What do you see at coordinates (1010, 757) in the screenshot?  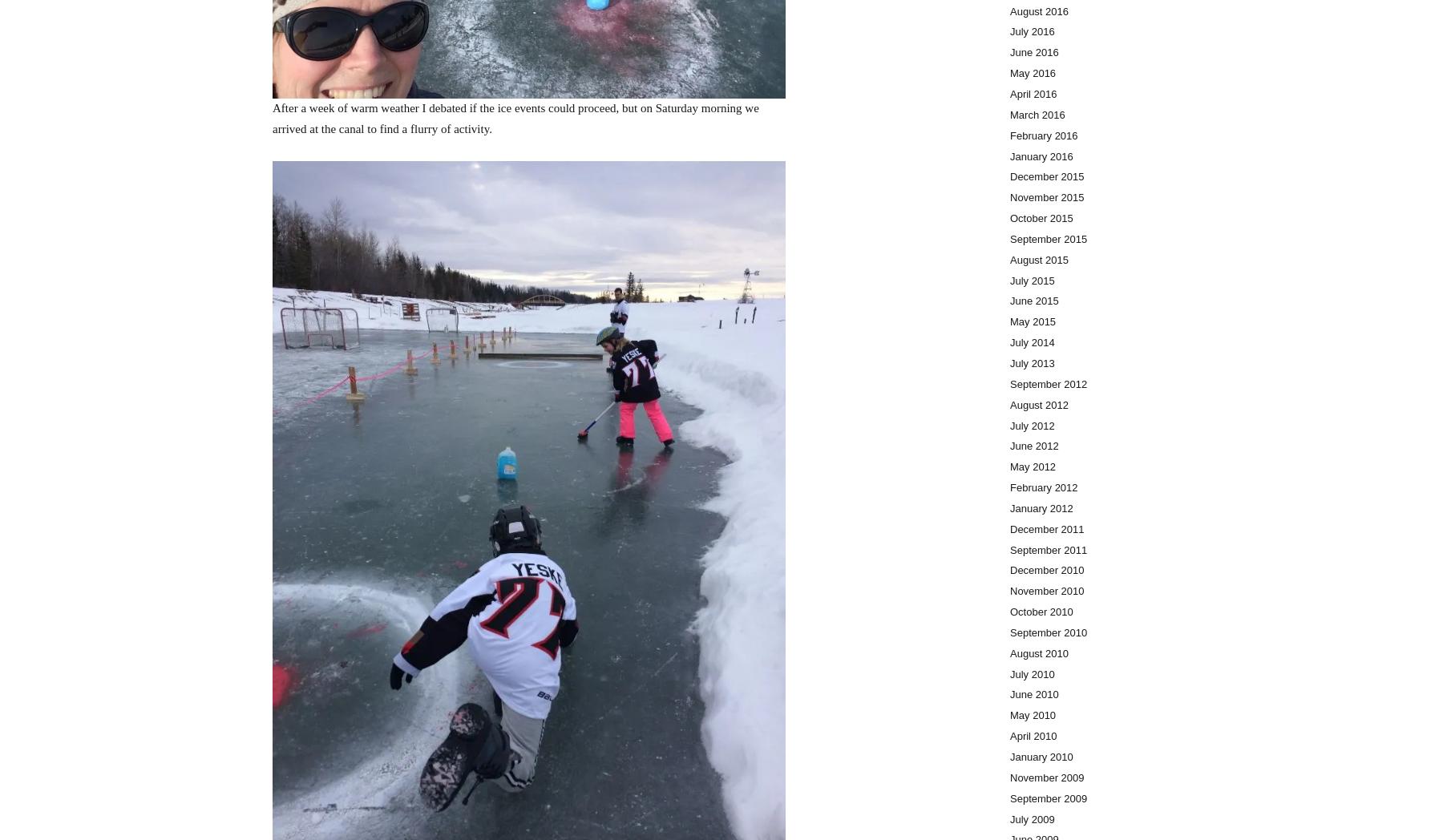 I see `'January 2010'` at bounding box center [1010, 757].